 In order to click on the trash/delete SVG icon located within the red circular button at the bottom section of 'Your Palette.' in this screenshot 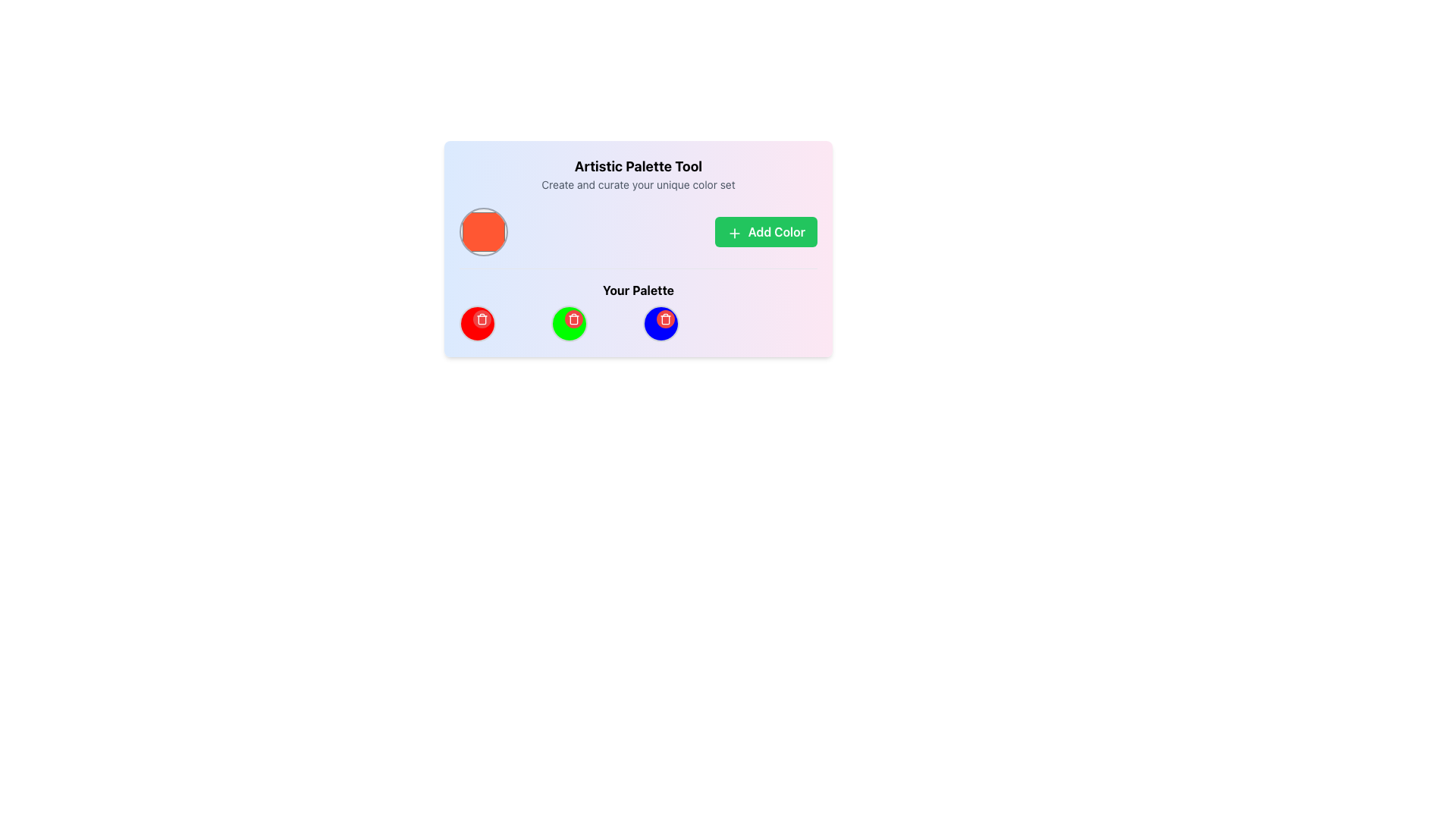, I will do `click(481, 318)`.